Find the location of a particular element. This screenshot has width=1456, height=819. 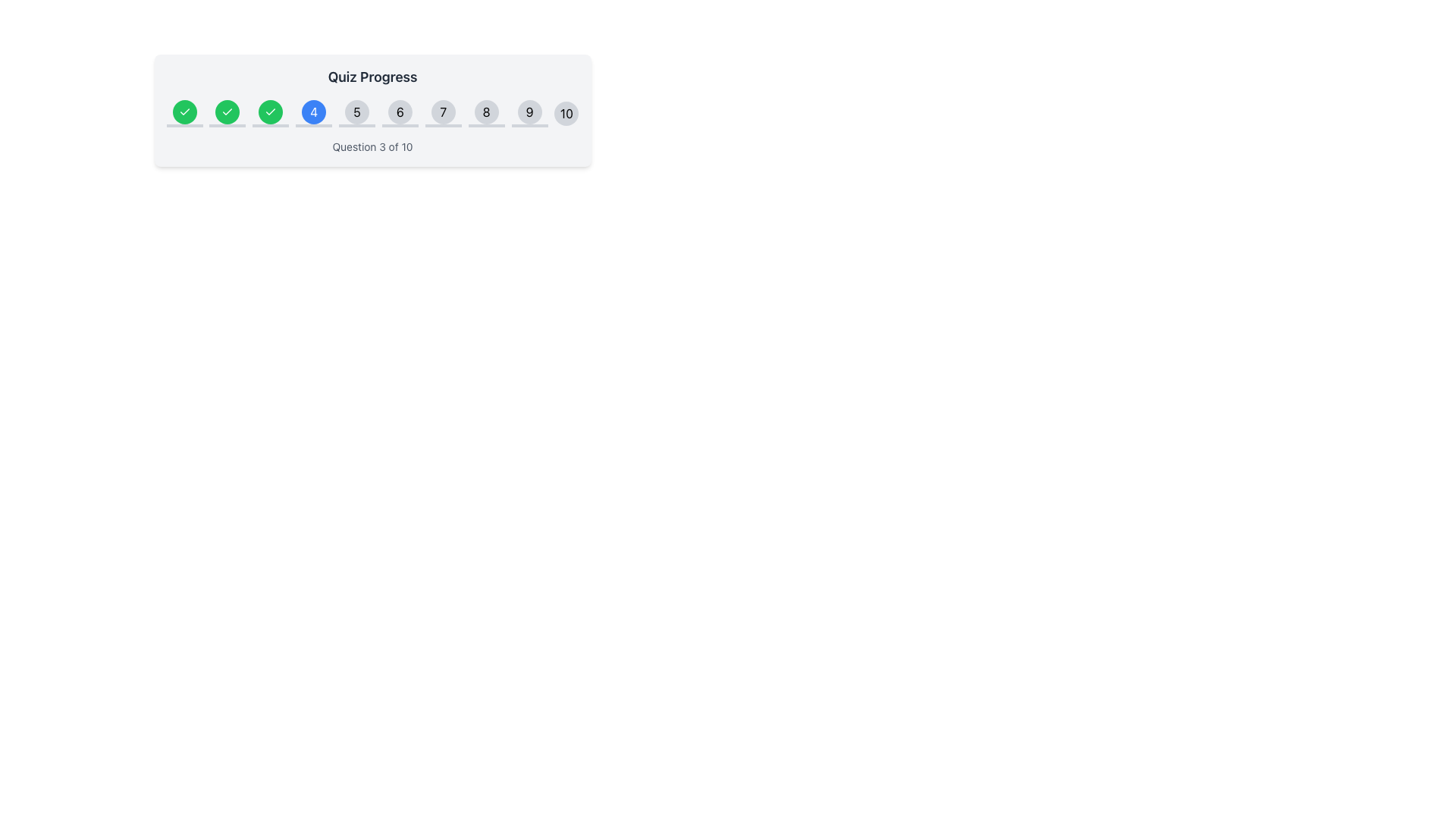

the third green circular Decorative progress icon with a white checkmark in the center, located in the quiz progress bar is located at coordinates (271, 113).